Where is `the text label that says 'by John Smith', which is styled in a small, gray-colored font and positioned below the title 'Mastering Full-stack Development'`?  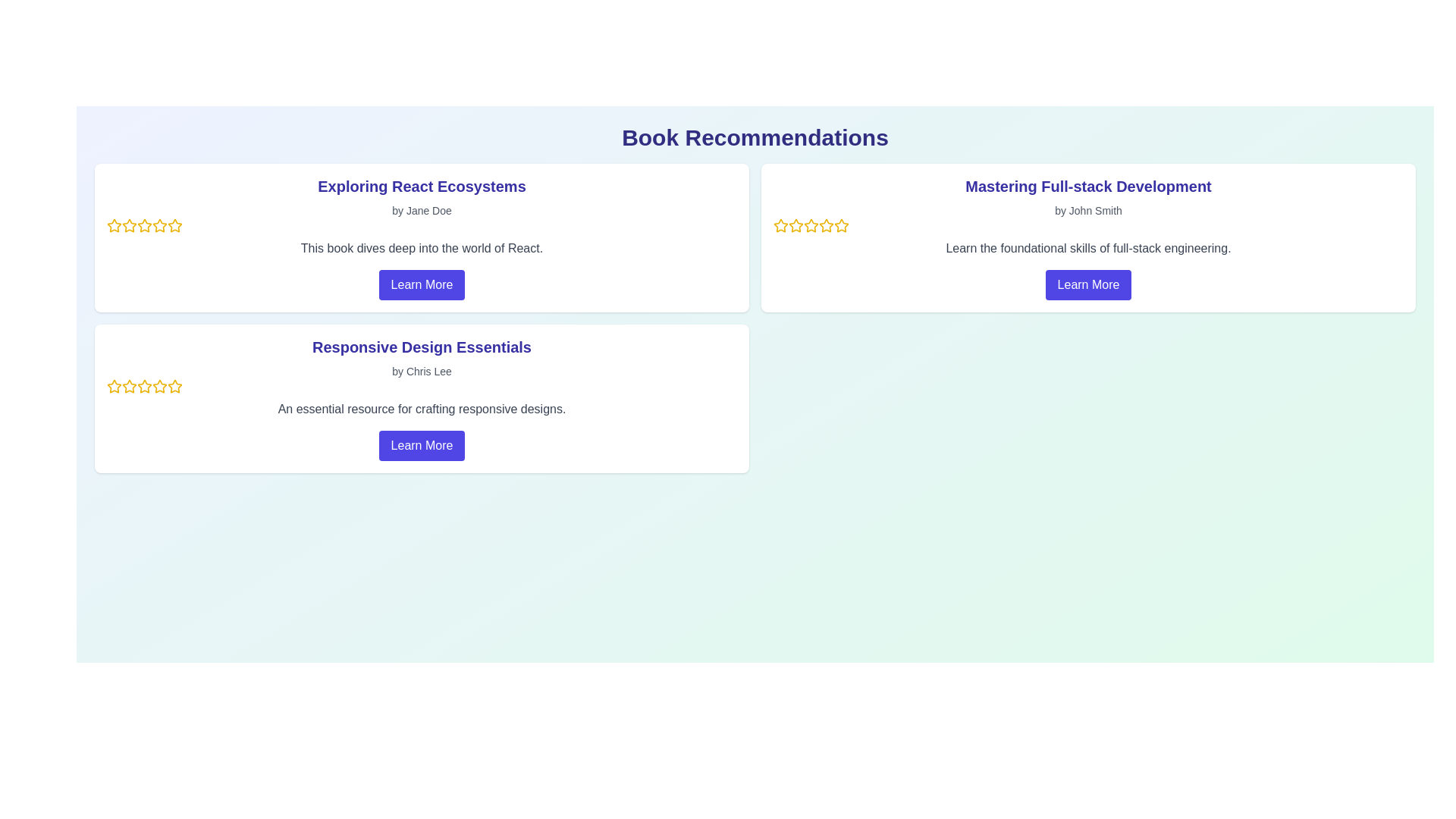
the text label that says 'by John Smith', which is styled in a small, gray-colored font and positioned below the title 'Mastering Full-stack Development' is located at coordinates (1087, 210).